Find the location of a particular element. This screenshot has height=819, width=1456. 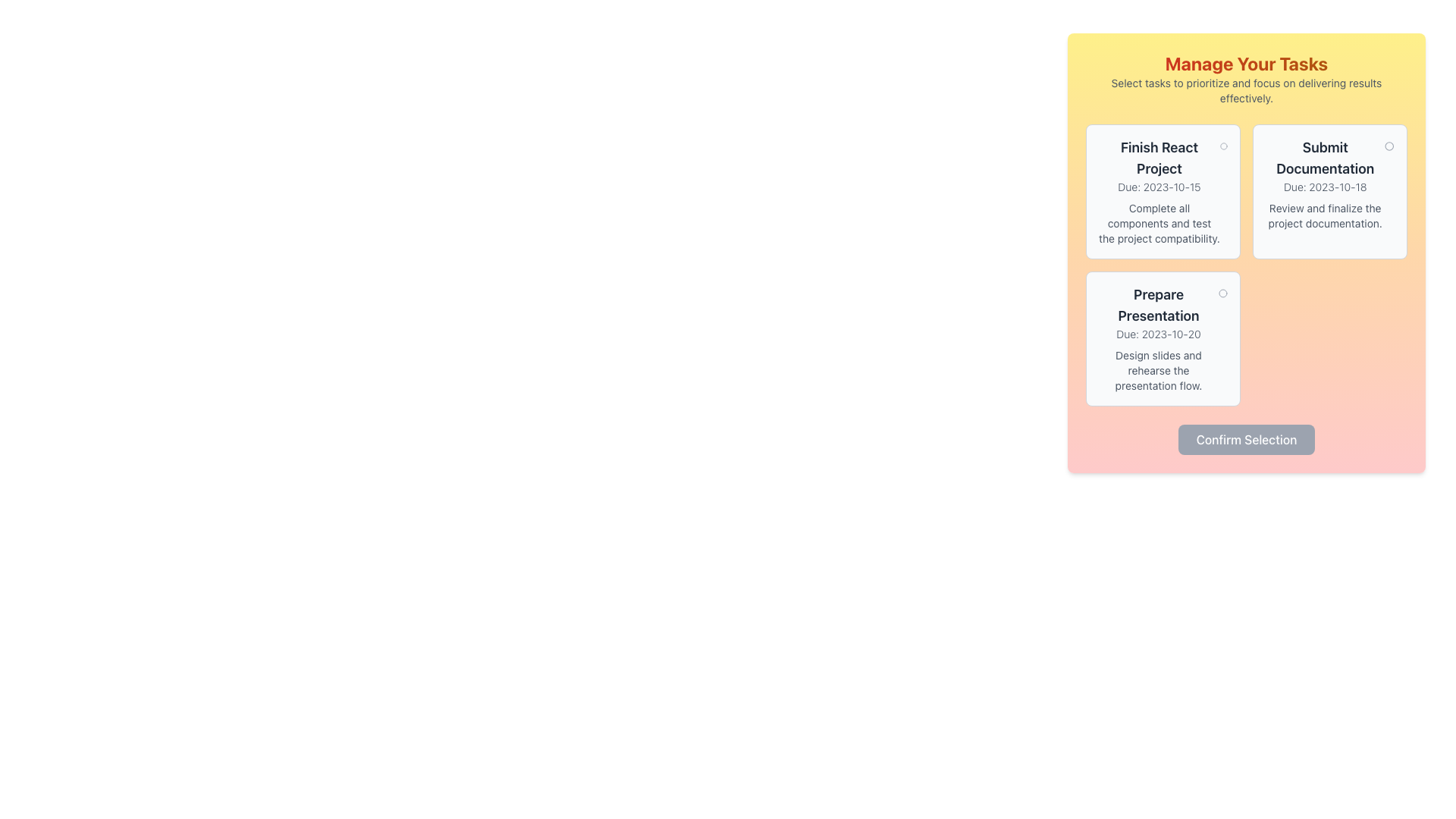

the heading element displaying 'Manage Your Tasks', which is a large, bold, gradient-colored text located at the top of the task management interface is located at coordinates (1246, 63).